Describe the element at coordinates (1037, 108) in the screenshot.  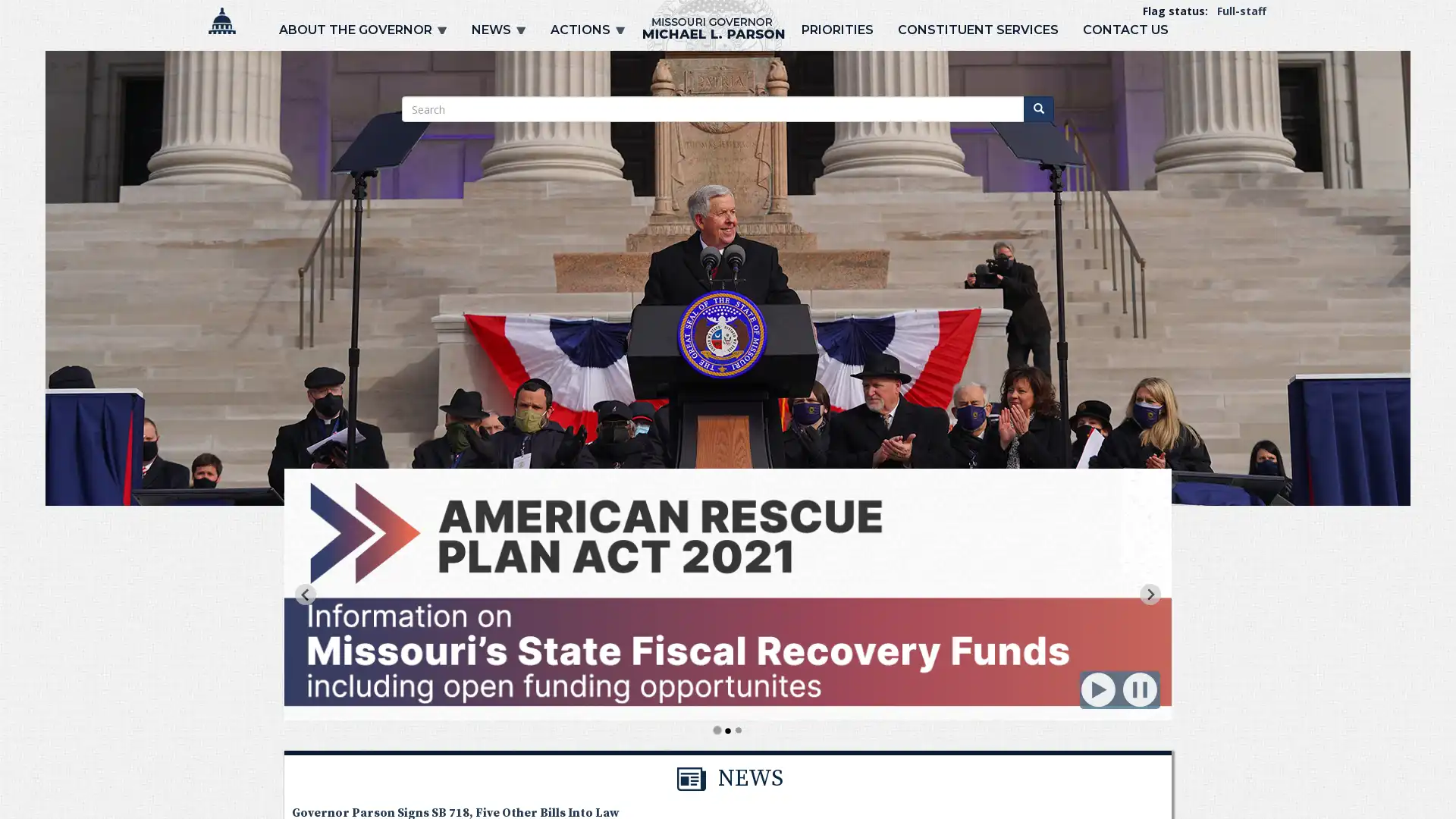
I see `Search` at that location.